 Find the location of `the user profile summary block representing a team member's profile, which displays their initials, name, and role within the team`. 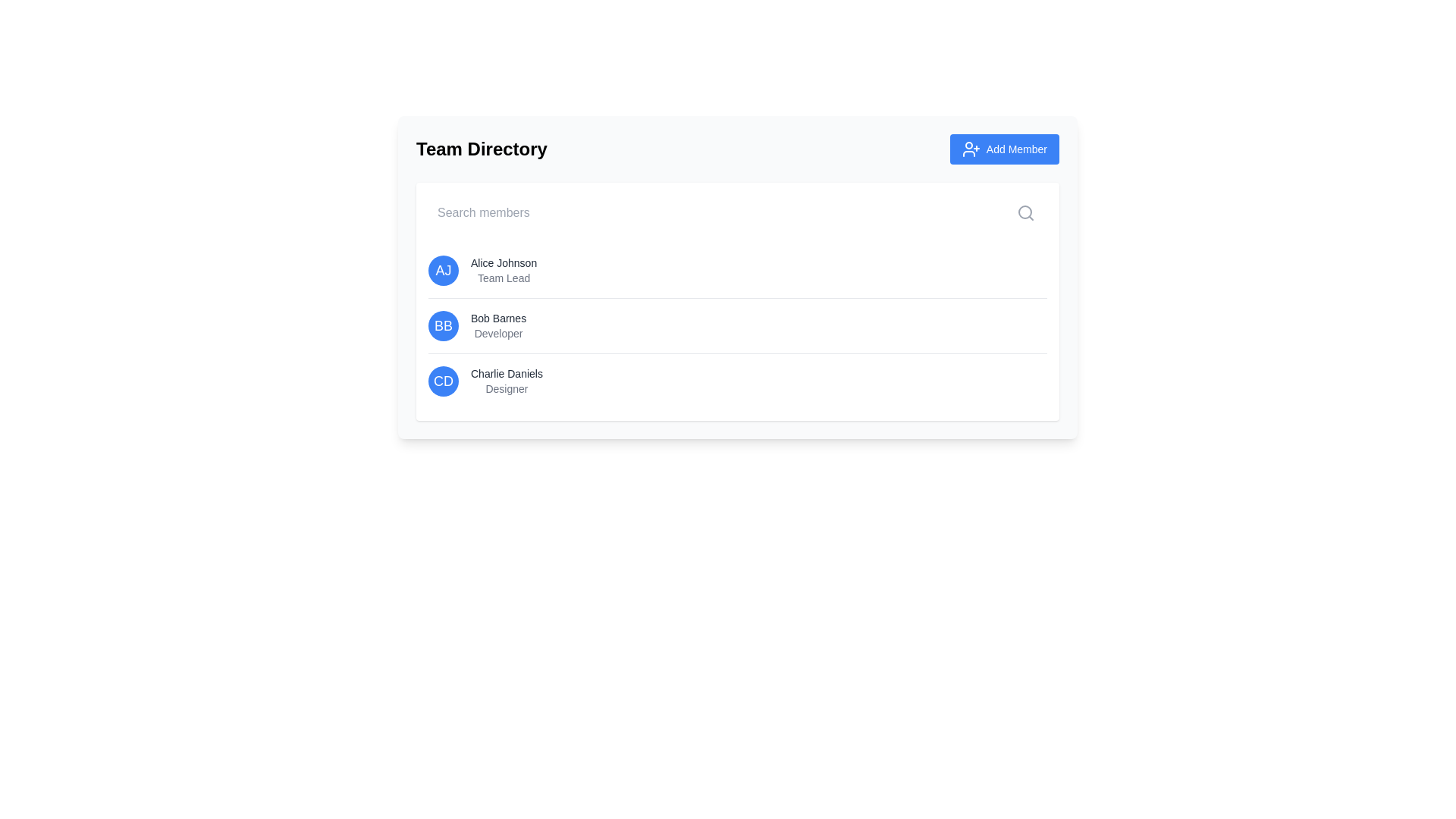

the user profile summary block representing a team member's profile, which displays their initials, name, and role within the team is located at coordinates (738, 380).